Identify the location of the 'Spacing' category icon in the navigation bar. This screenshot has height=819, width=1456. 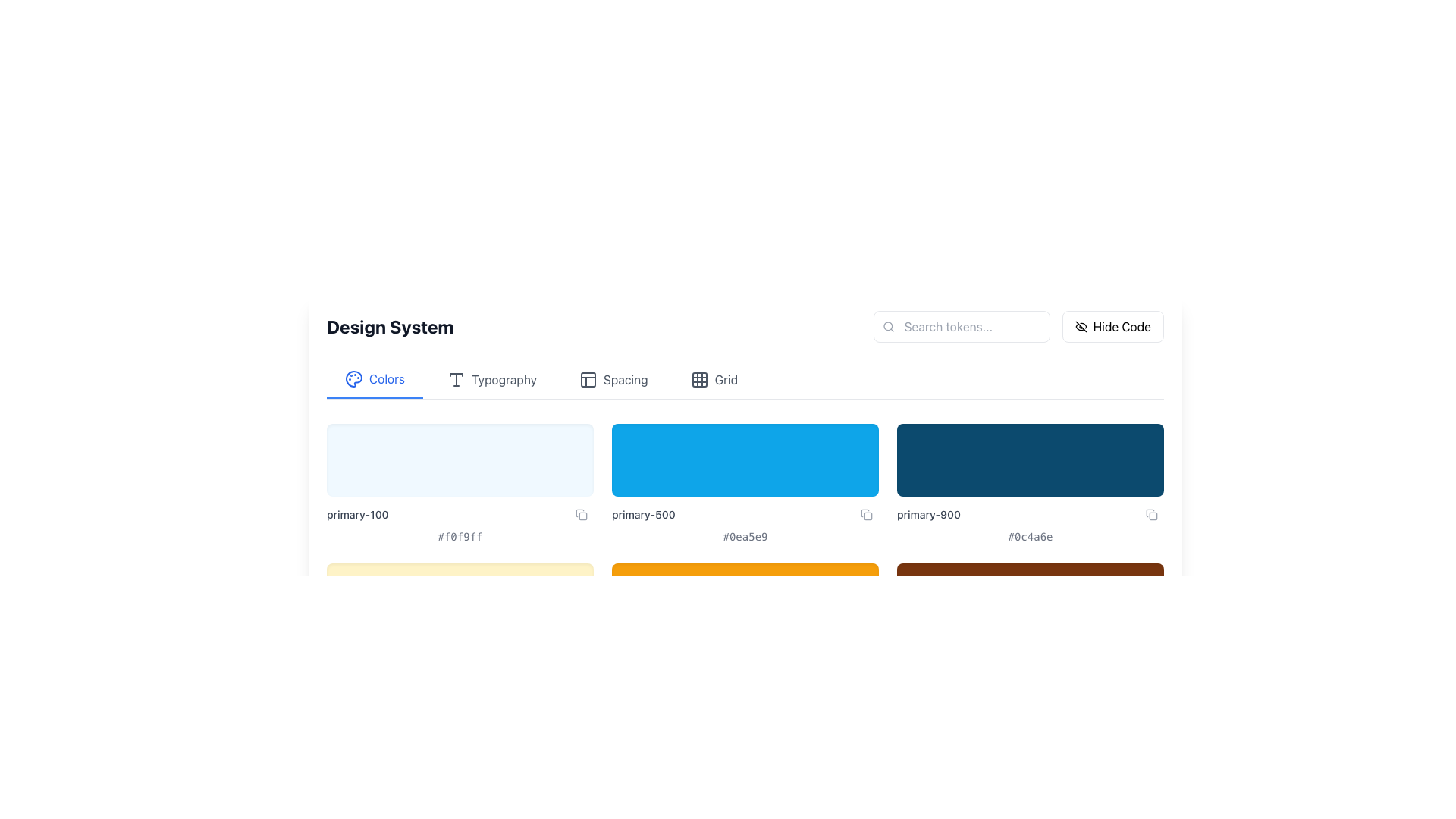
(588, 379).